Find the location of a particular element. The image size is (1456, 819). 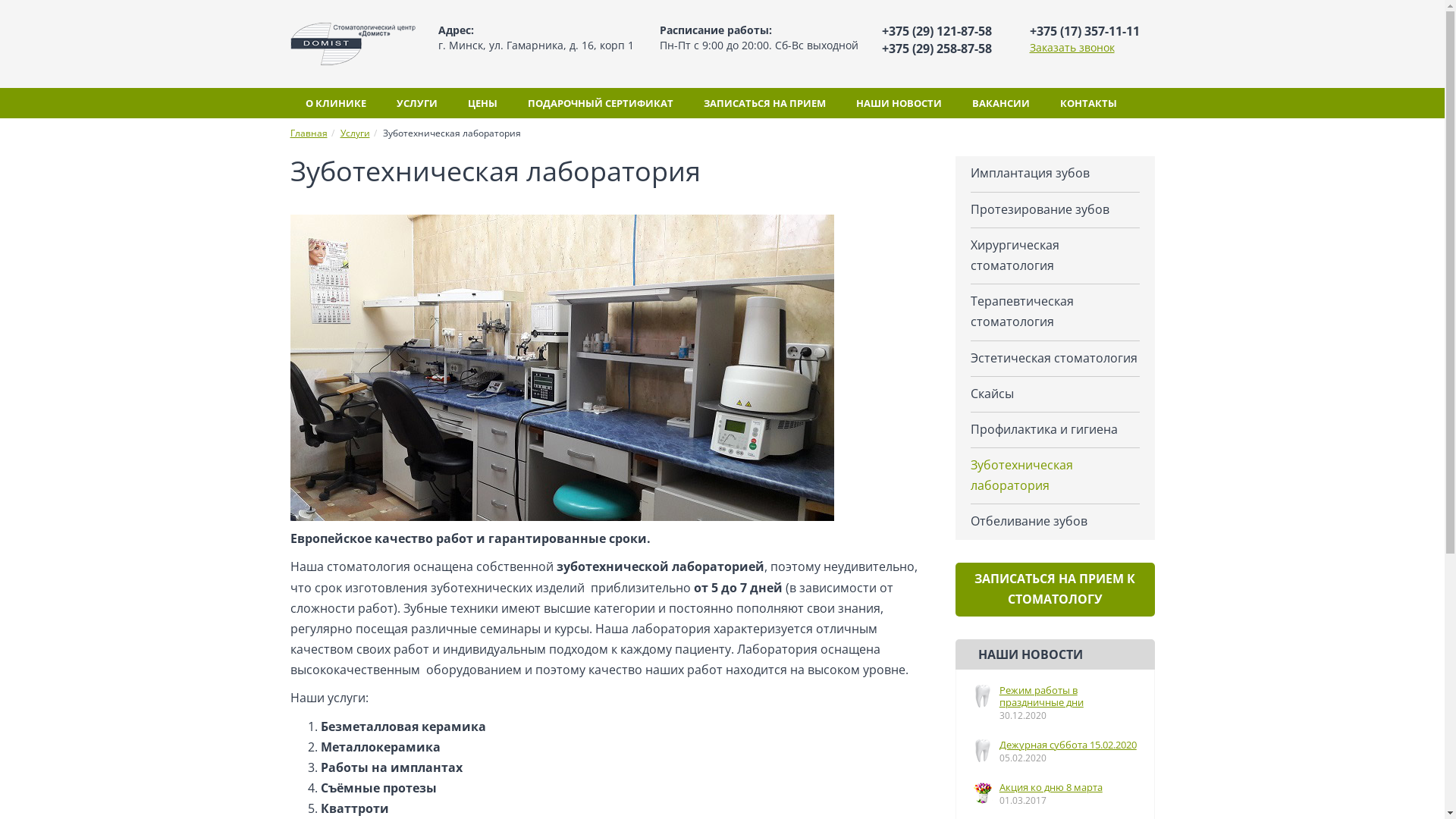

'+375 (29) 121-87-58' is located at coordinates (935, 31).